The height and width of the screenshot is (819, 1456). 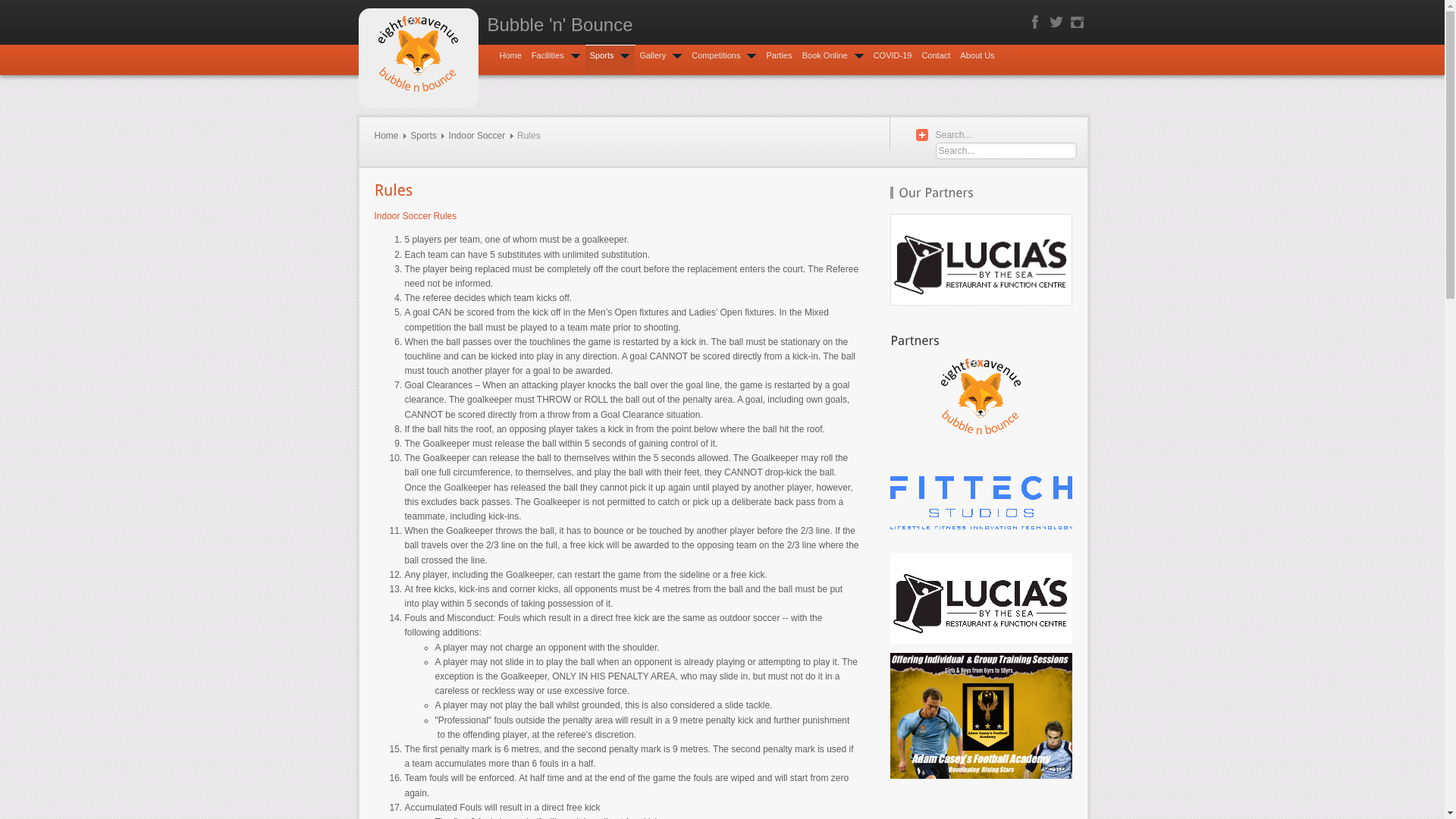 What do you see at coordinates (779, 60) in the screenshot?
I see `'Parties'` at bounding box center [779, 60].